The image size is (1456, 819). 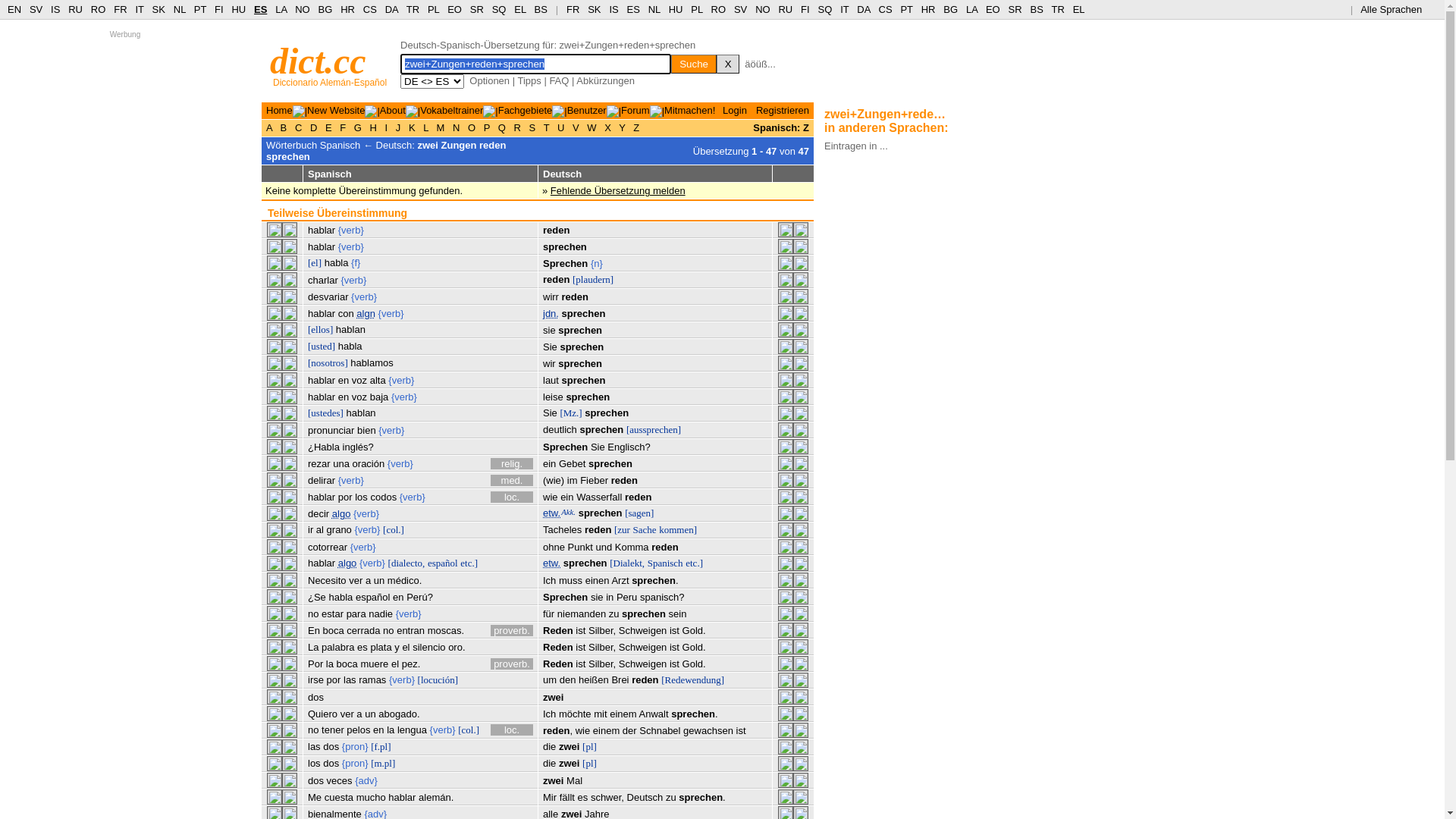 What do you see at coordinates (351, 379) in the screenshot?
I see `'voz'` at bounding box center [351, 379].